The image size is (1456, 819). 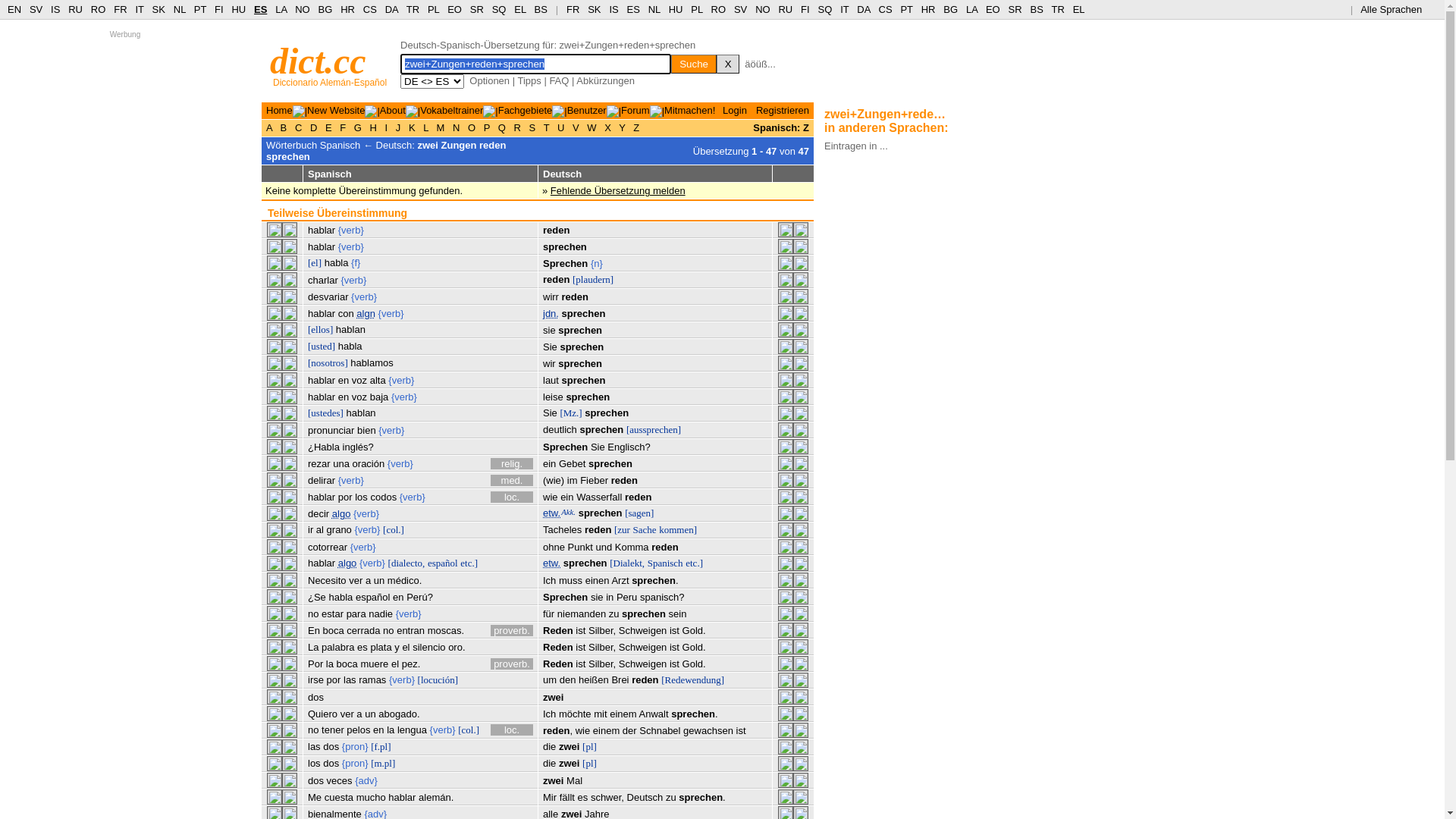 What do you see at coordinates (351, 379) in the screenshot?
I see `'voz'` at bounding box center [351, 379].